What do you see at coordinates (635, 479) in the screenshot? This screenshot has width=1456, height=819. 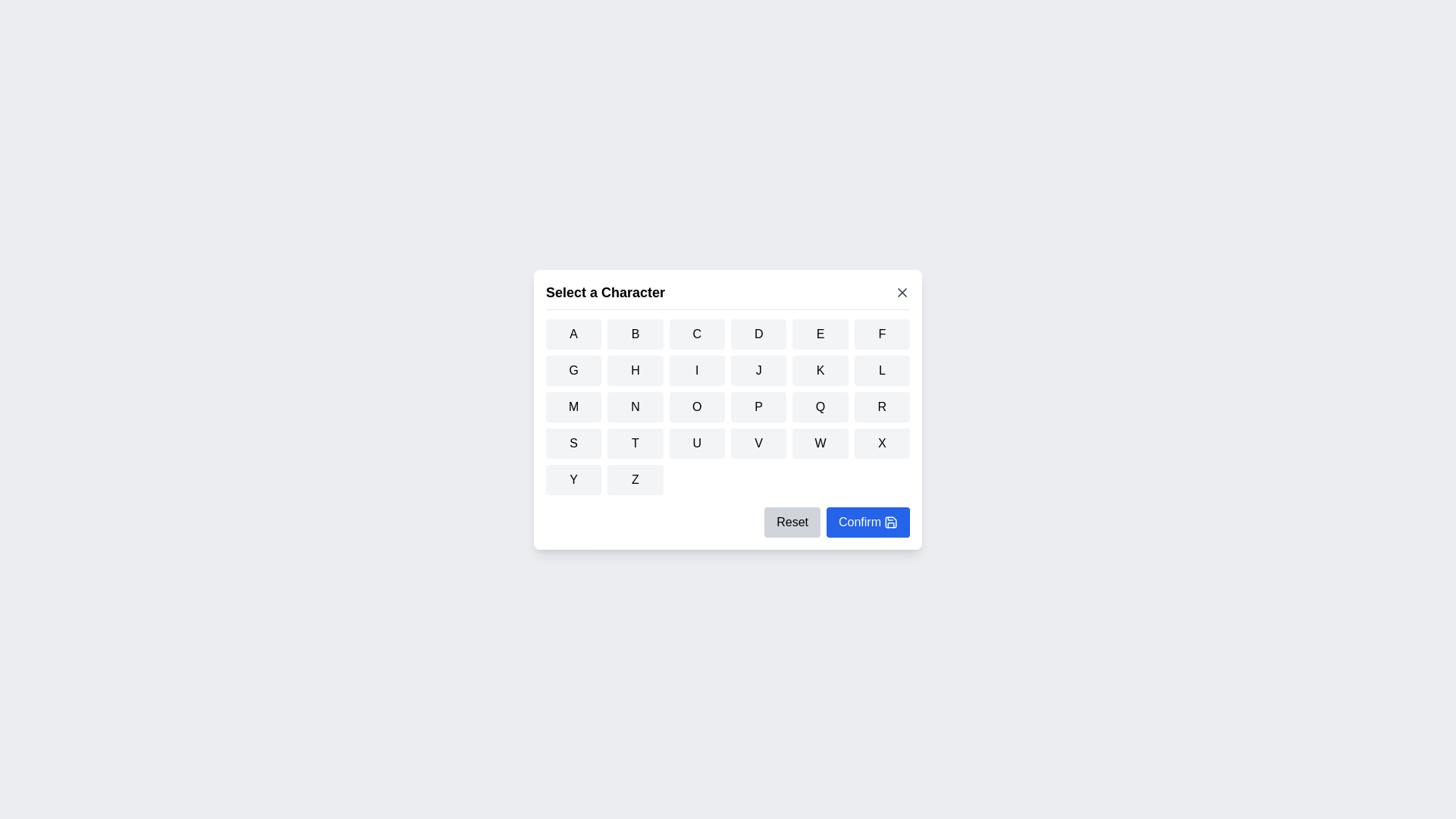 I see `the button corresponding to the character Z to select it` at bounding box center [635, 479].